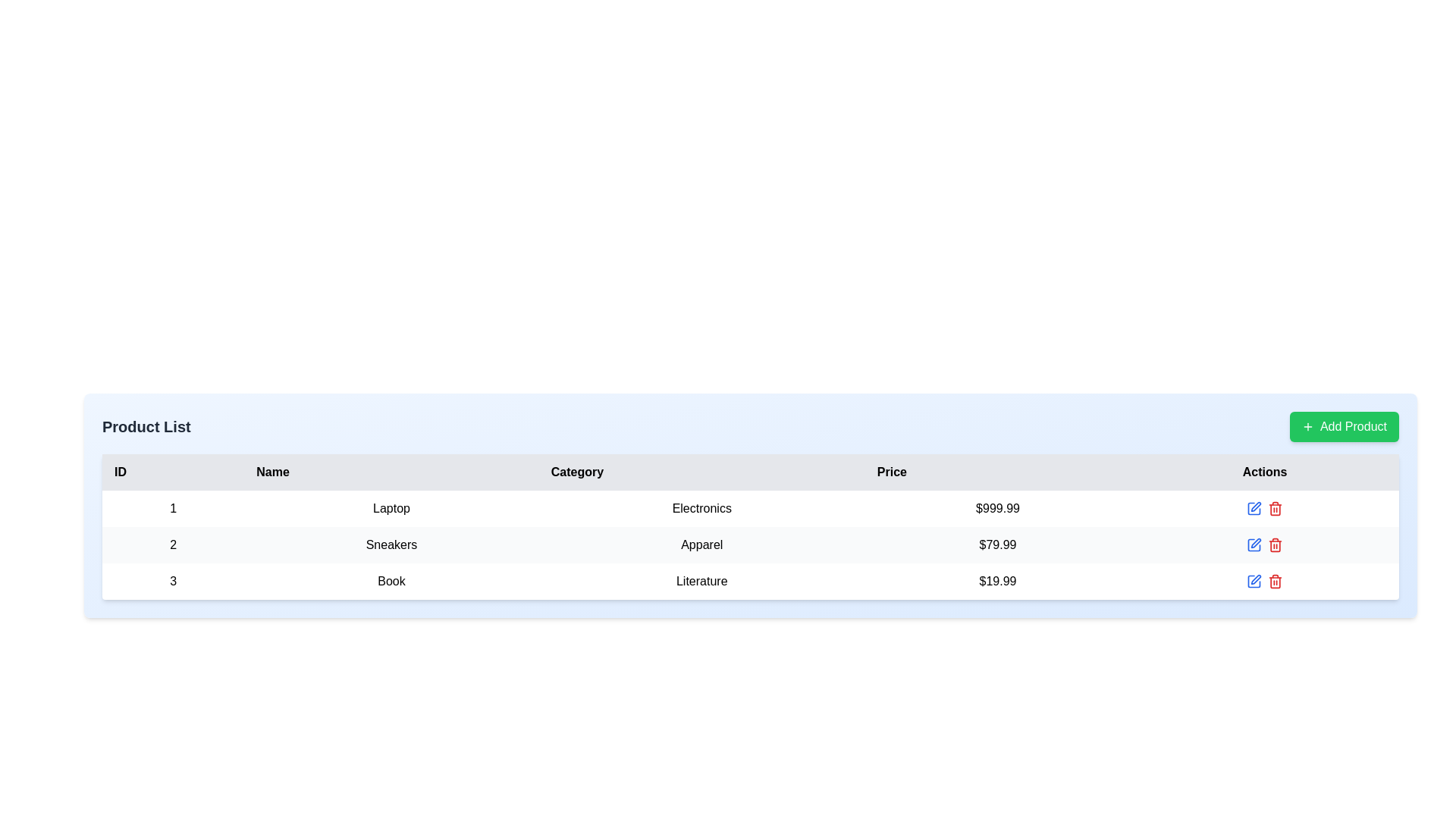 The height and width of the screenshot is (819, 1456). What do you see at coordinates (1254, 509) in the screenshot?
I see `the editing icon in the 'Actions' column of the table row corresponding to the product 'Book'` at bounding box center [1254, 509].